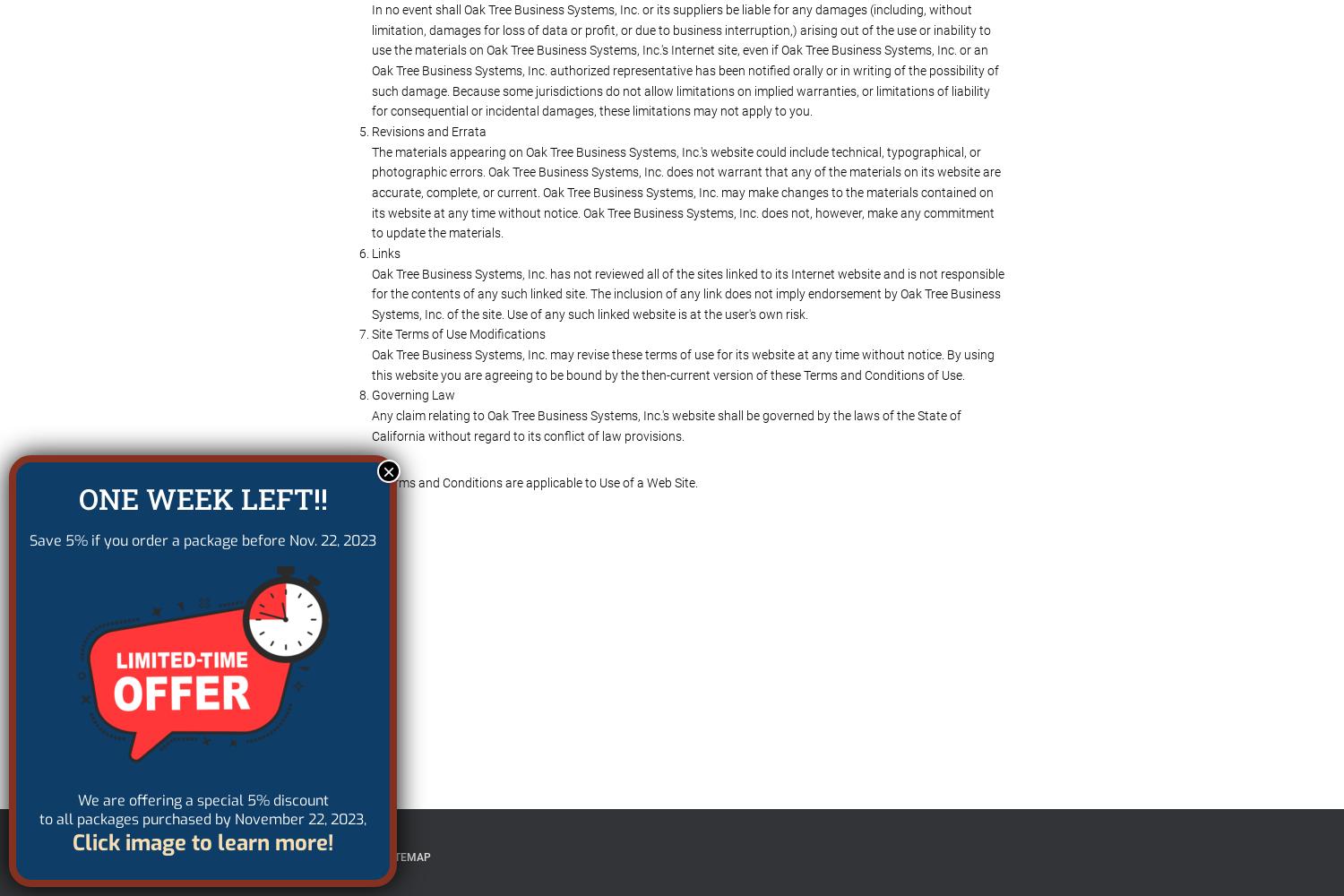 This screenshot has width=1344, height=896. What do you see at coordinates (516, 483) in the screenshot?
I see `'General Terms and Conditions are applicable to Use of a Web Site.'` at bounding box center [516, 483].